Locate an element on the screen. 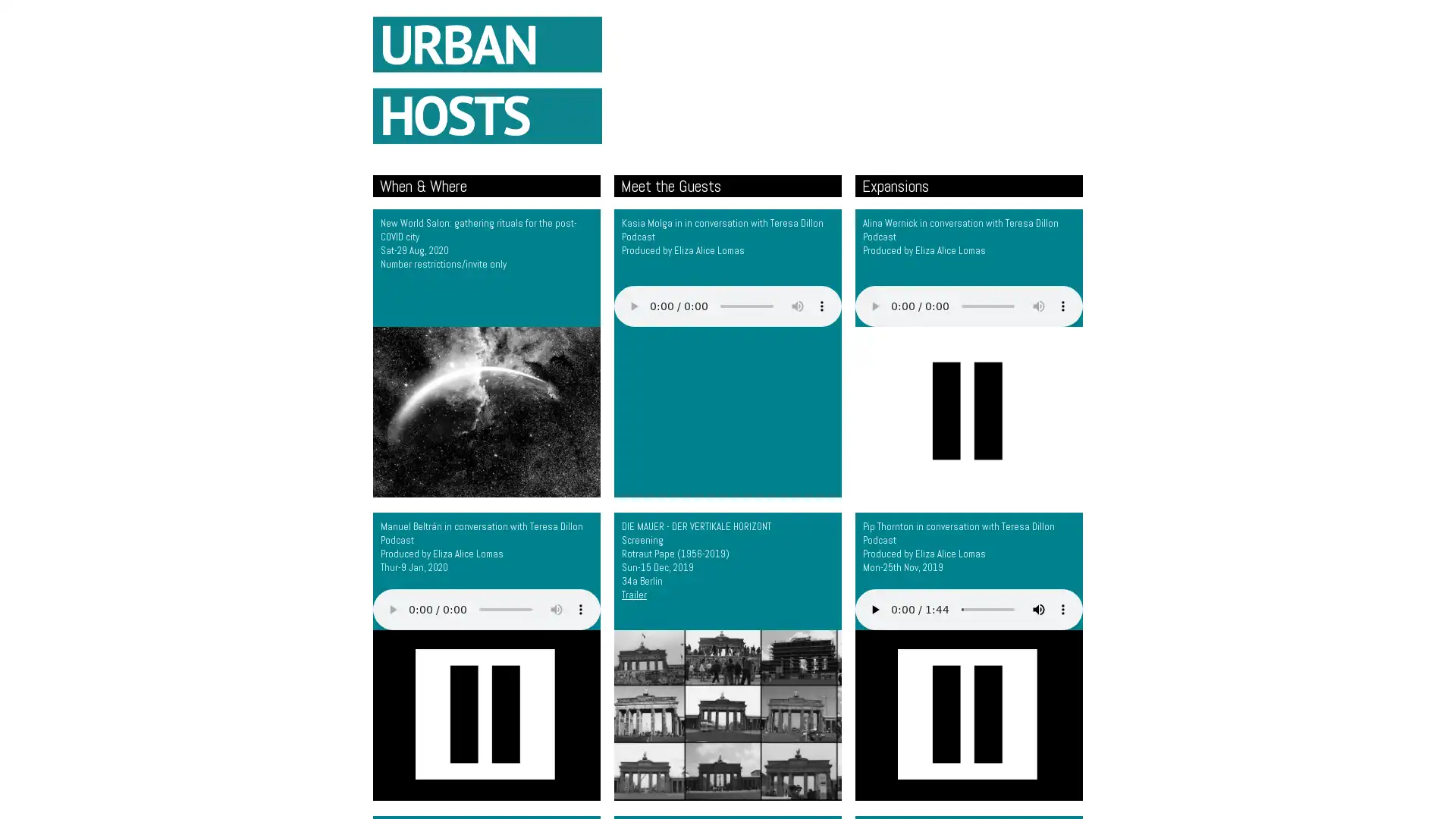 Image resolution: width=1456 pixels, height=819 pixels. show more media controls is located at coordinates (1062, 306).